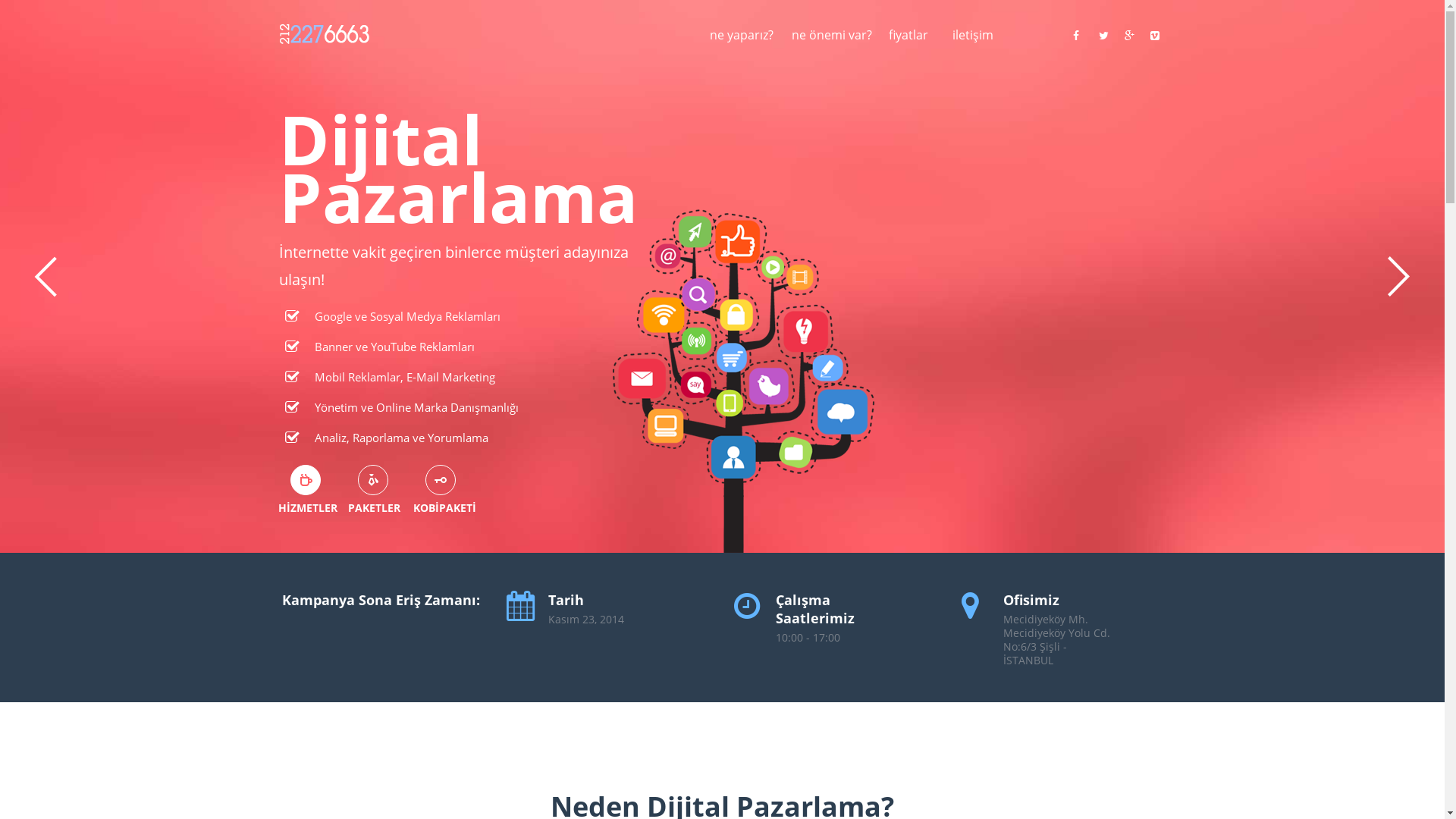 This screenshot has height=819, width=1456. I want to click on 'Next', so click(1398, 277).